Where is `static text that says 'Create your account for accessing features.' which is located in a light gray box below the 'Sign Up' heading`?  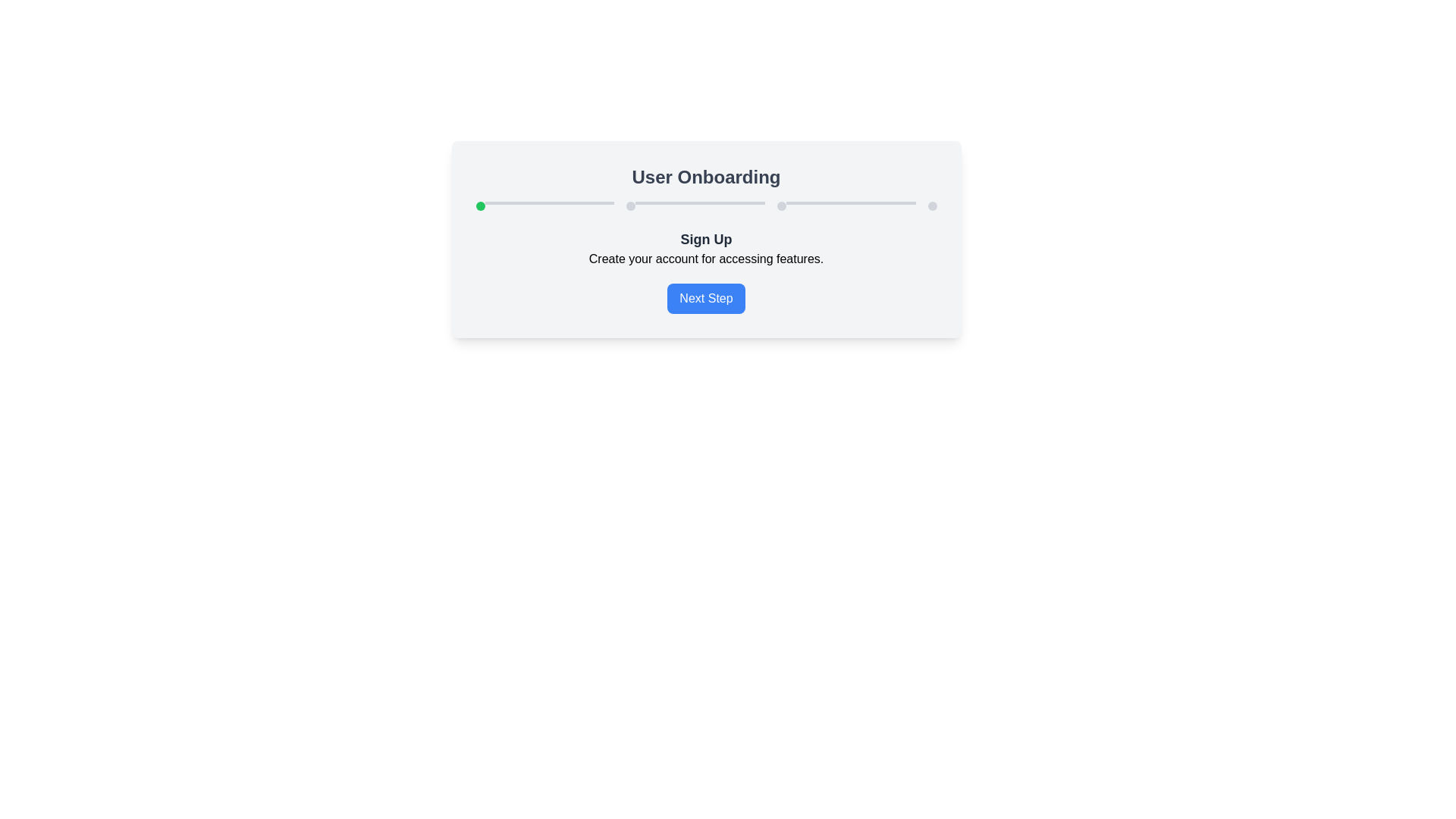
static text that says 'Create your account for accessing features.' which is located in a light gray box below the 'Sign Up' heading is located at coordinates (705, 259).